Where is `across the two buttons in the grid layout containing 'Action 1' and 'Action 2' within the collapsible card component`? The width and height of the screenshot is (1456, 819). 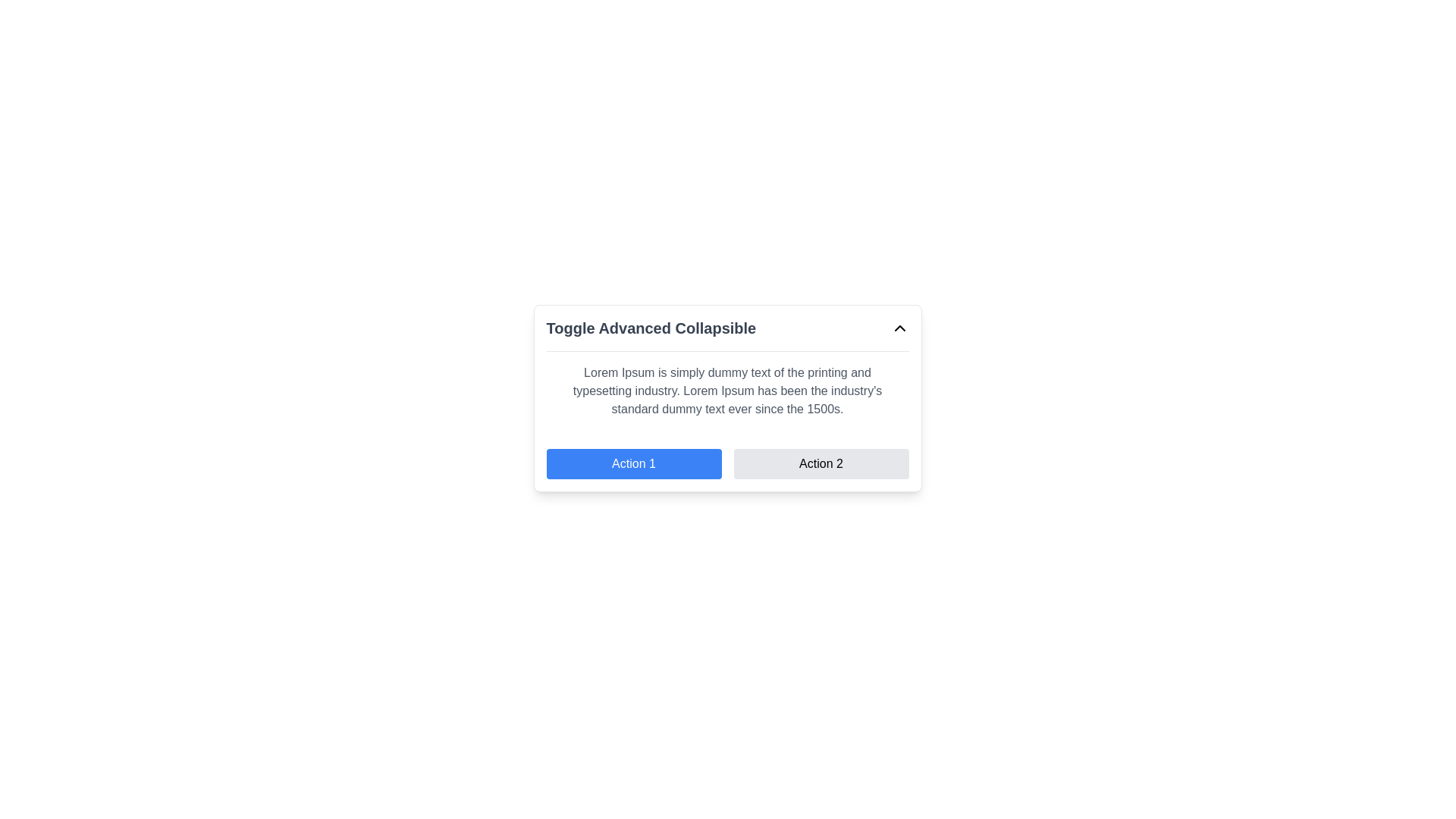 across the two buttons in the grid layout containing 'Action 1' and 'Action 2' within the collapsible card component is located at coordinates (726, 463).